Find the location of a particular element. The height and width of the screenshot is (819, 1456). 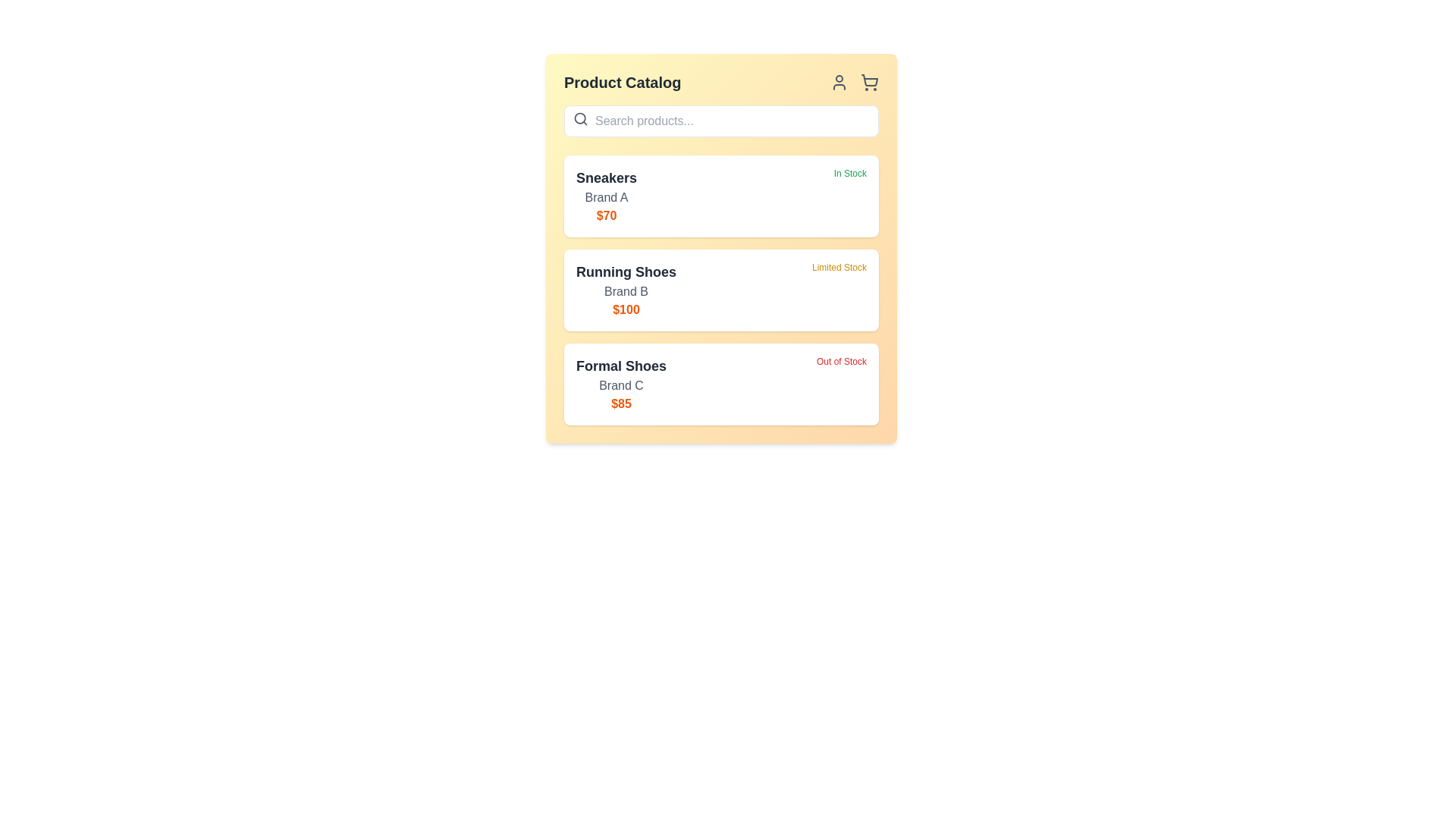

price indicator text, which is styled with bold orange text reading '$100', located below the product title 'Running Shoes' and brand information 'Brand B' in the second product entry of the list is located at coordinates (626, 309).